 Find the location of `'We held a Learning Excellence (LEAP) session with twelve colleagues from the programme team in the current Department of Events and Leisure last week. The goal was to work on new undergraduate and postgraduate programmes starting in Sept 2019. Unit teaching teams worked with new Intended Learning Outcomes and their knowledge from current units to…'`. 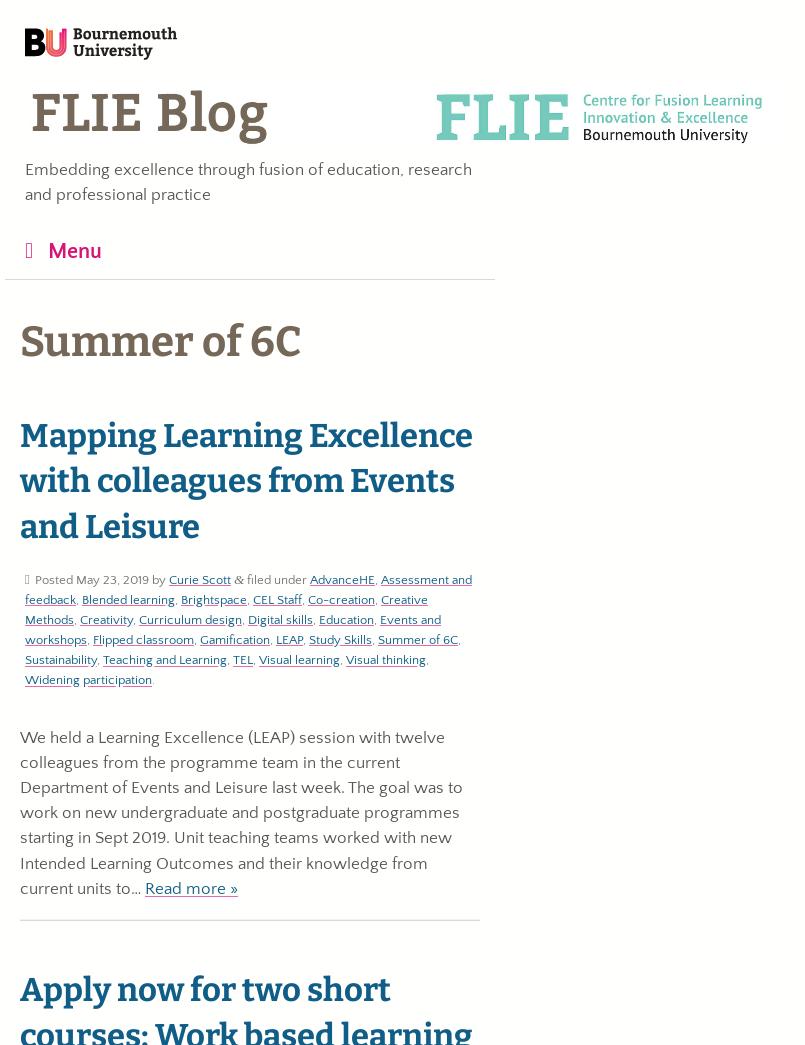

'We held a Learning Excellence (LEAP) session with twelve colleagues from the programme team in the current Department of Events and Leisure last week. The goal was to work on new undergraduate and postgraduate programmes starting in Sept 2019. Unit teaching teams worked with new Intended Learning Outcomes and their knowledge from current units to…' is located at coordinates (241, 812).